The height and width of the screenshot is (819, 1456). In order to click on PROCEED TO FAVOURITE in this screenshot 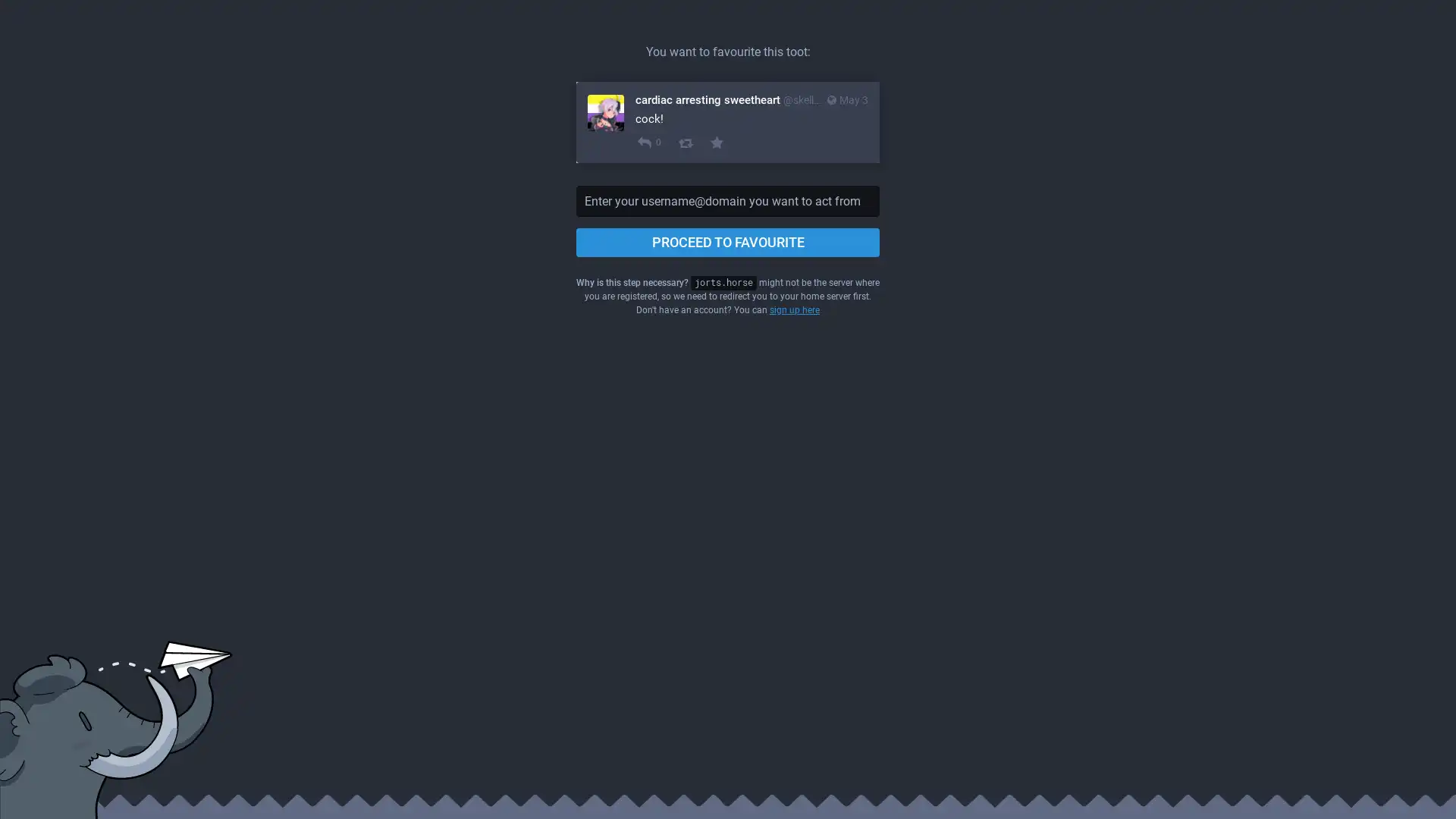, I will do `click(728, 242)`.